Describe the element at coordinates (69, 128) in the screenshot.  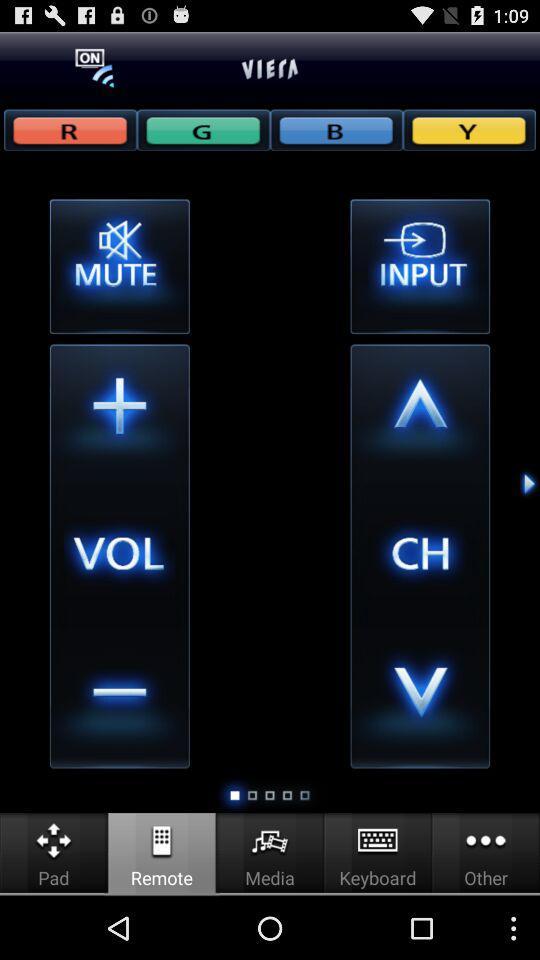
I see `button r` at that location.